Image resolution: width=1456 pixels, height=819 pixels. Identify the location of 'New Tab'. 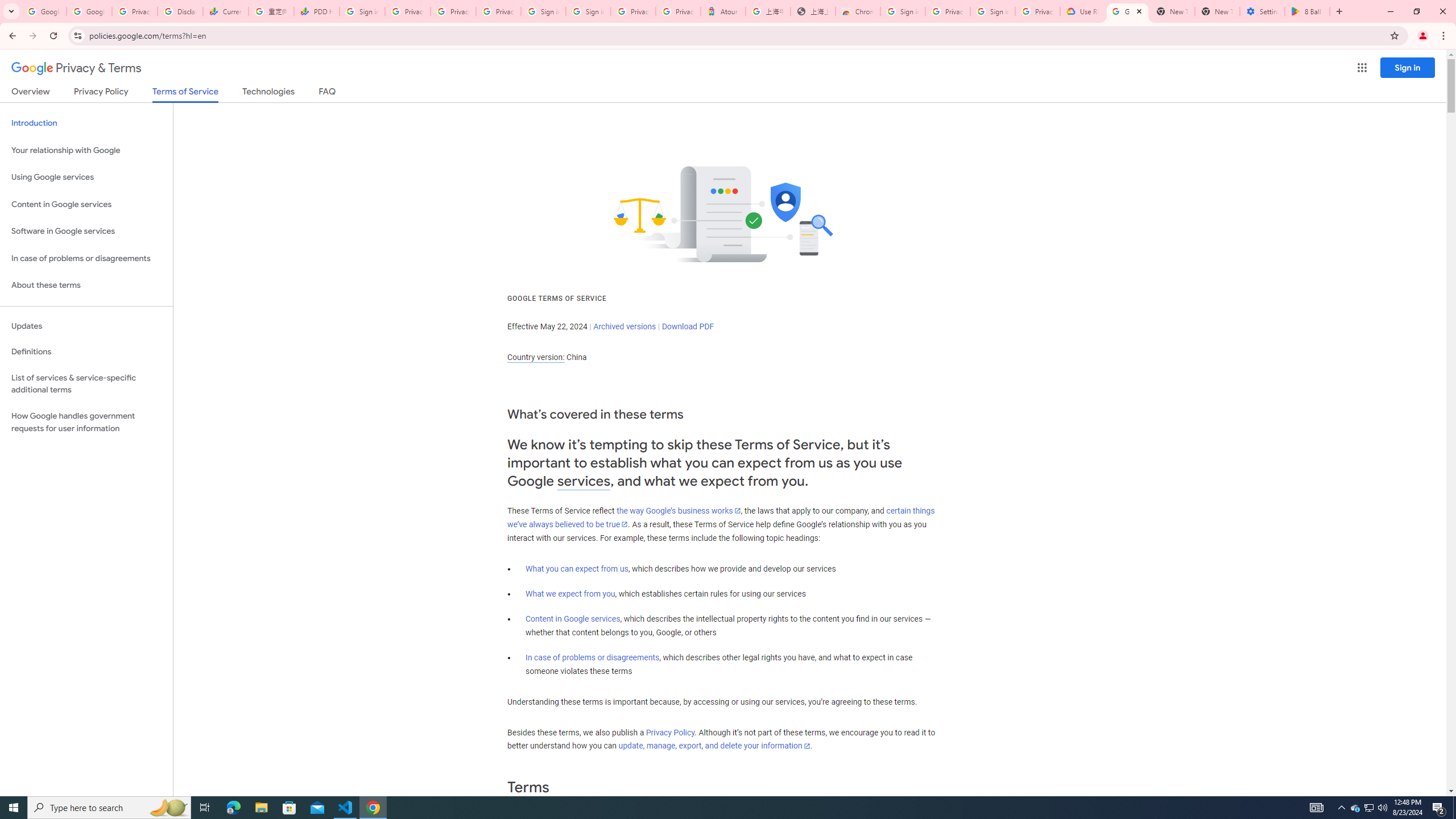
(1217, 11).